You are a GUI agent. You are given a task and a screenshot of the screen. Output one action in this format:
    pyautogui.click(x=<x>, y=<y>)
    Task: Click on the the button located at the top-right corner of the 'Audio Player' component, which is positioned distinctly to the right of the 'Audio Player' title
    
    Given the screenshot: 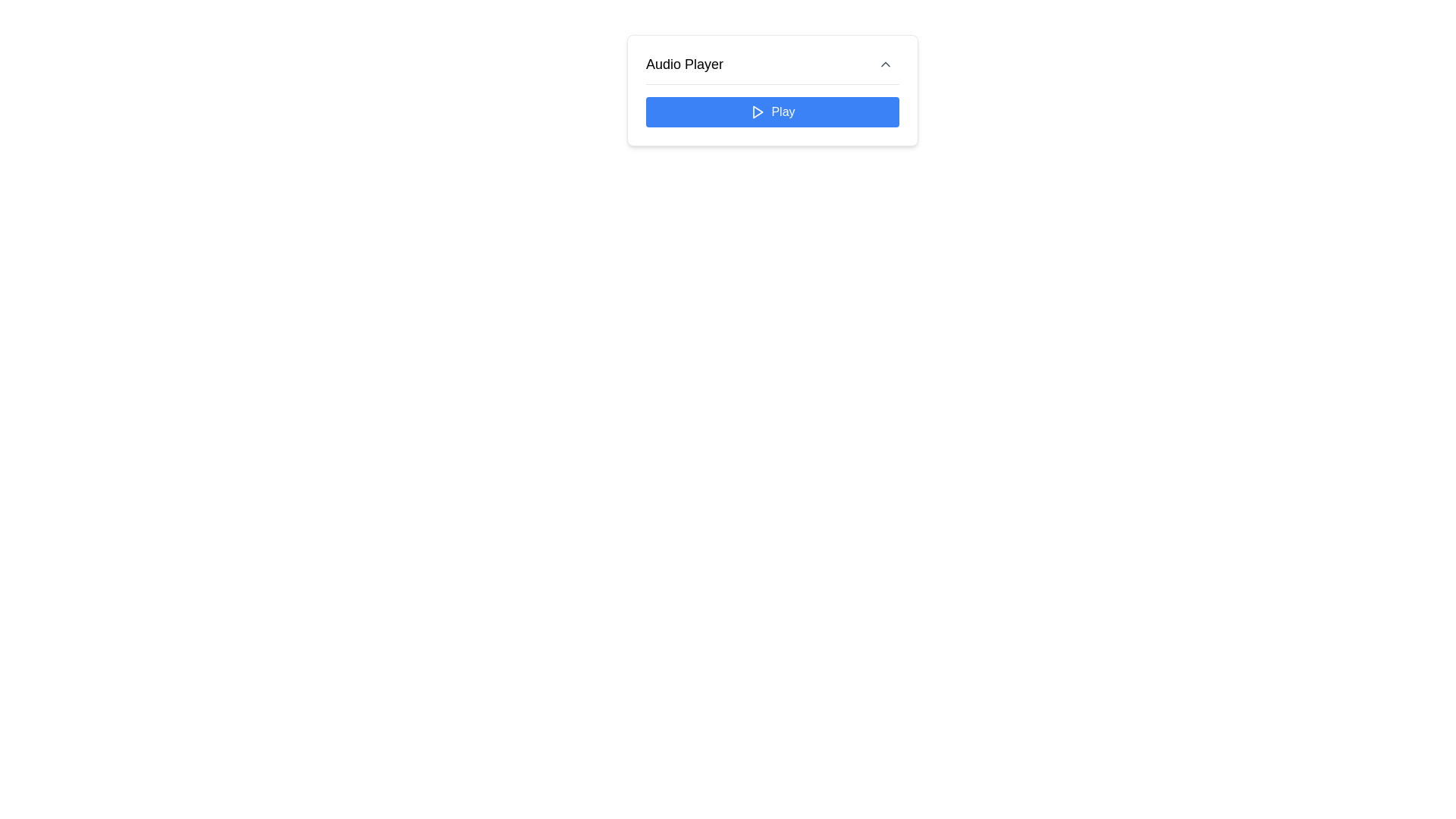 What is the action you would take?
    pyautogui.click(x=885, y=63)
    